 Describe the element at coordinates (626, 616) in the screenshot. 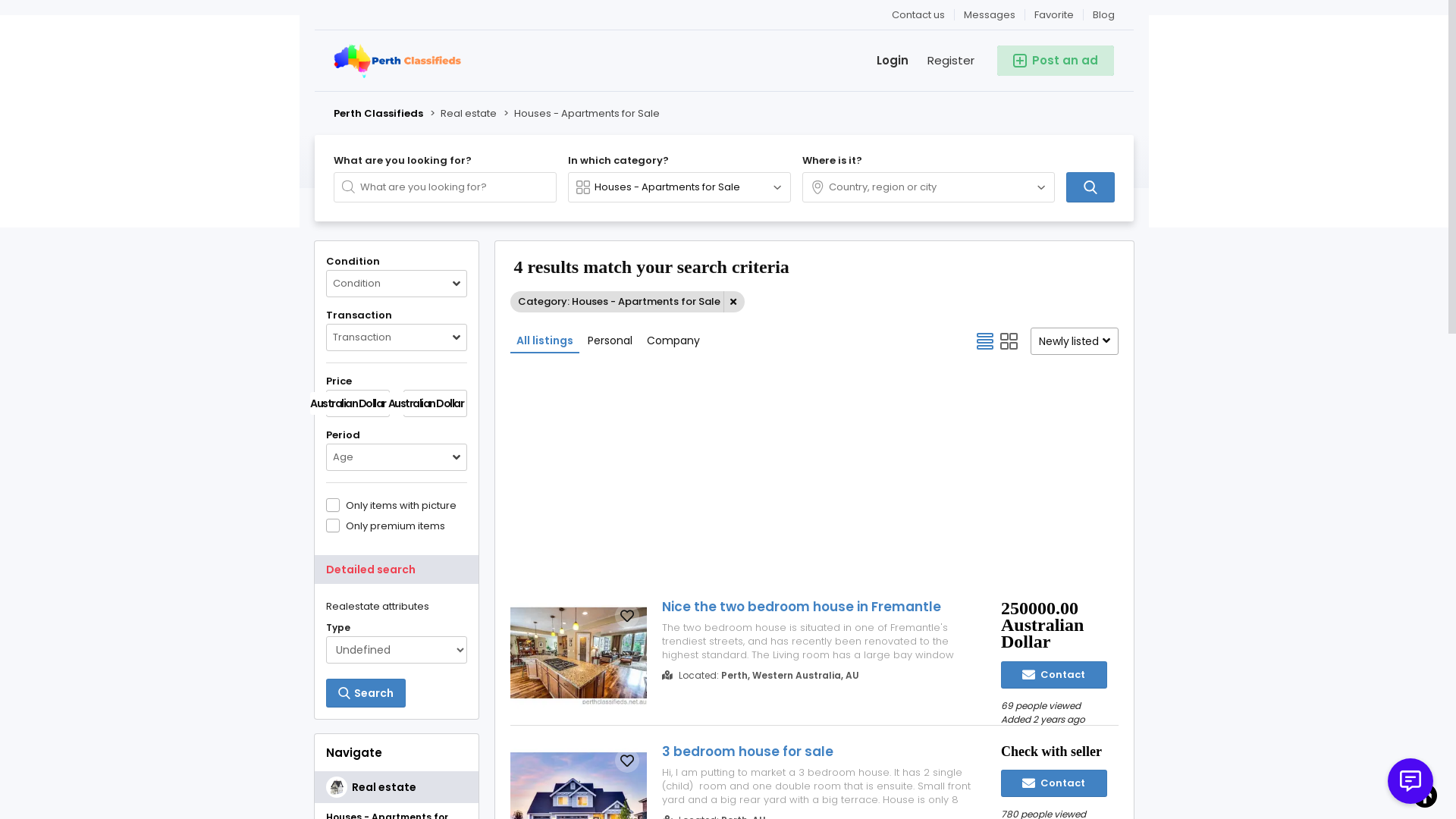

I see `'Save to favorite'` at that location.